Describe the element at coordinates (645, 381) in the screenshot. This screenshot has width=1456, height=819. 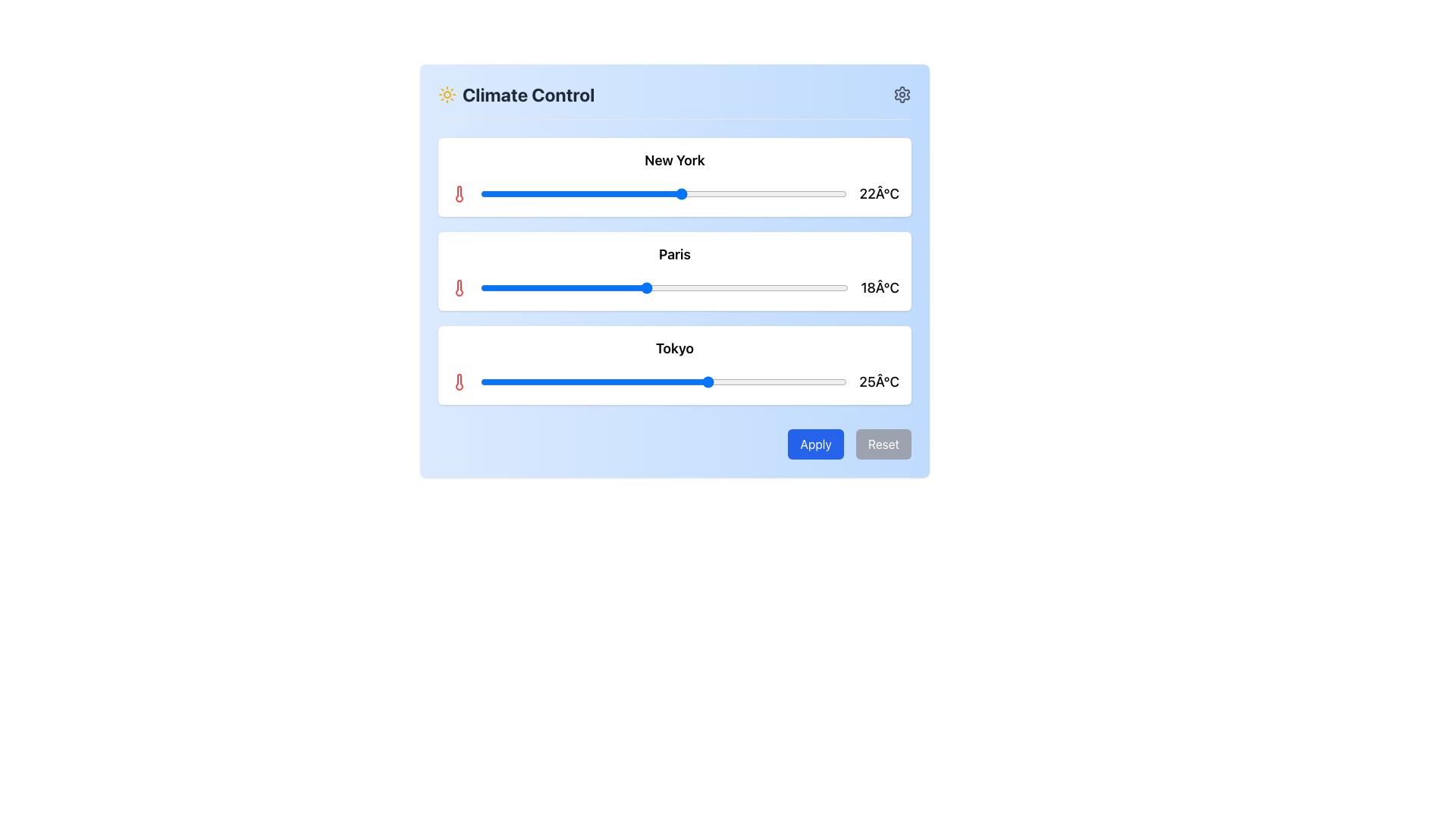
I see `the Tokyo temperature` at that location.